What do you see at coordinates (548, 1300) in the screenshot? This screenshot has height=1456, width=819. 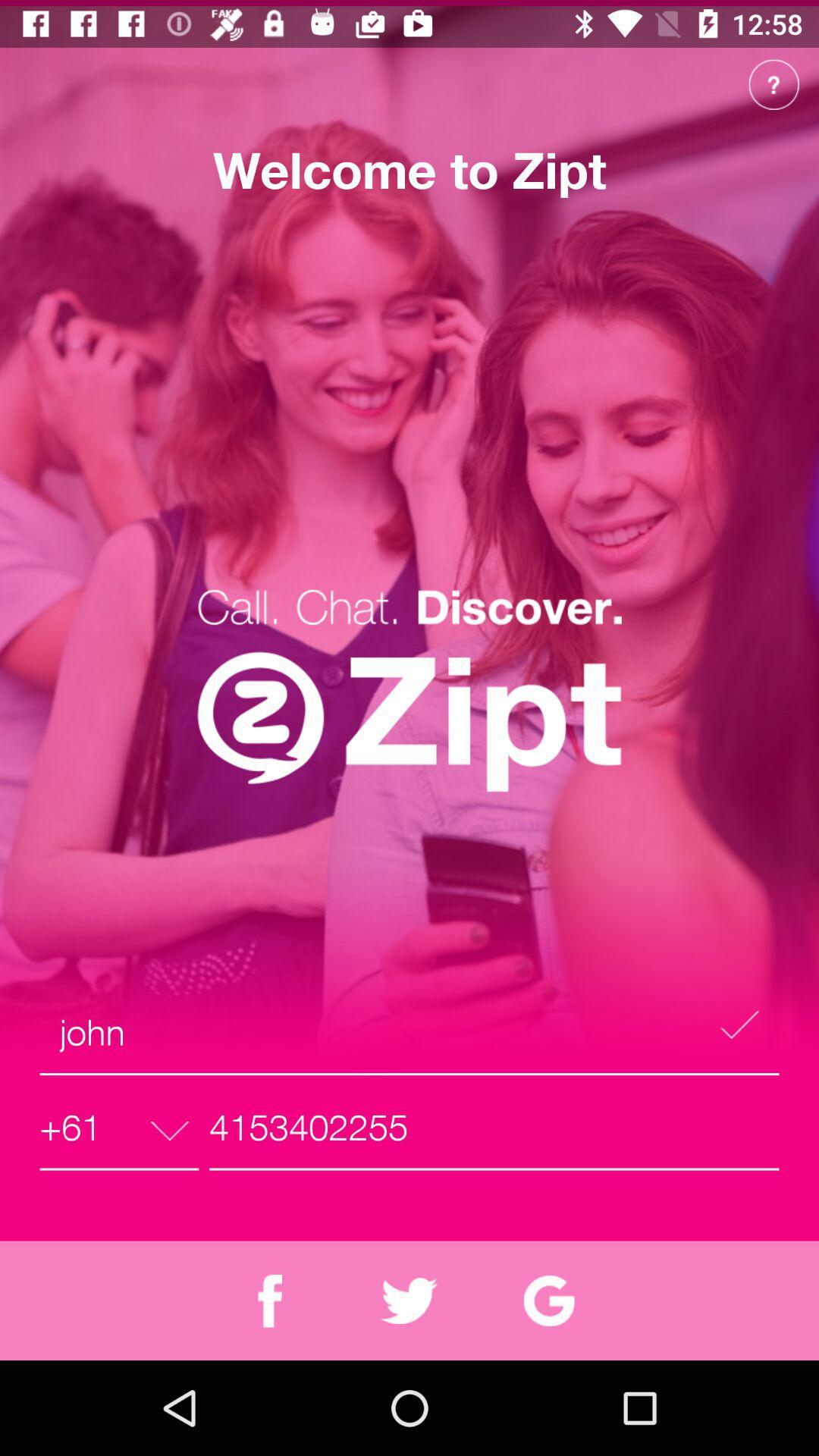 I see `the refresh icon` at bounding box center [548, 1300].